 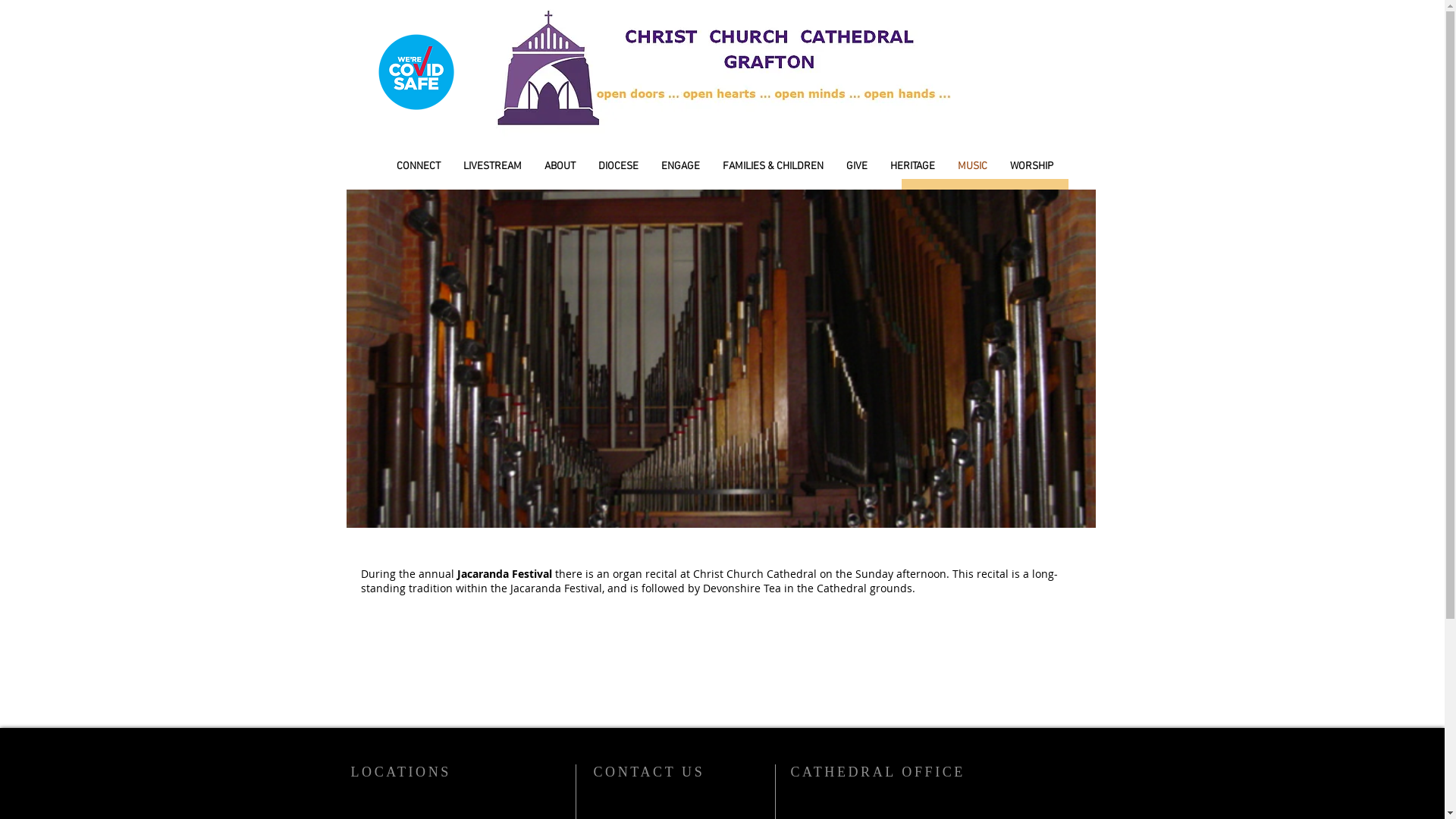 I want to click on 'ENGAGE', so click(x=650, y=166).